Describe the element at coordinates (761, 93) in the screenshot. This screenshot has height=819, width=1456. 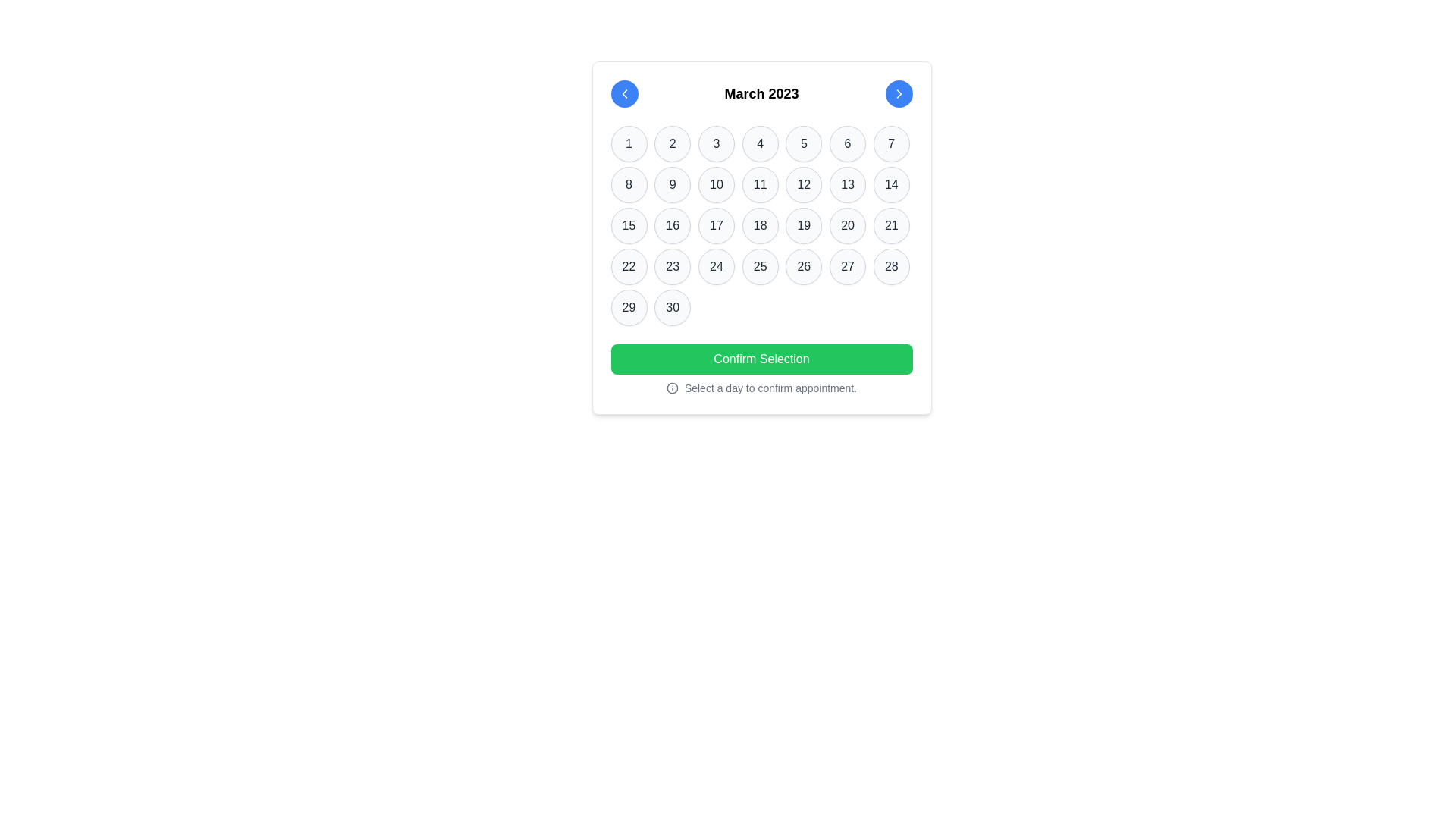
I see `the text label displaying 'March 2023' which is centrally aligned at the top of the calendar interface` at that location.